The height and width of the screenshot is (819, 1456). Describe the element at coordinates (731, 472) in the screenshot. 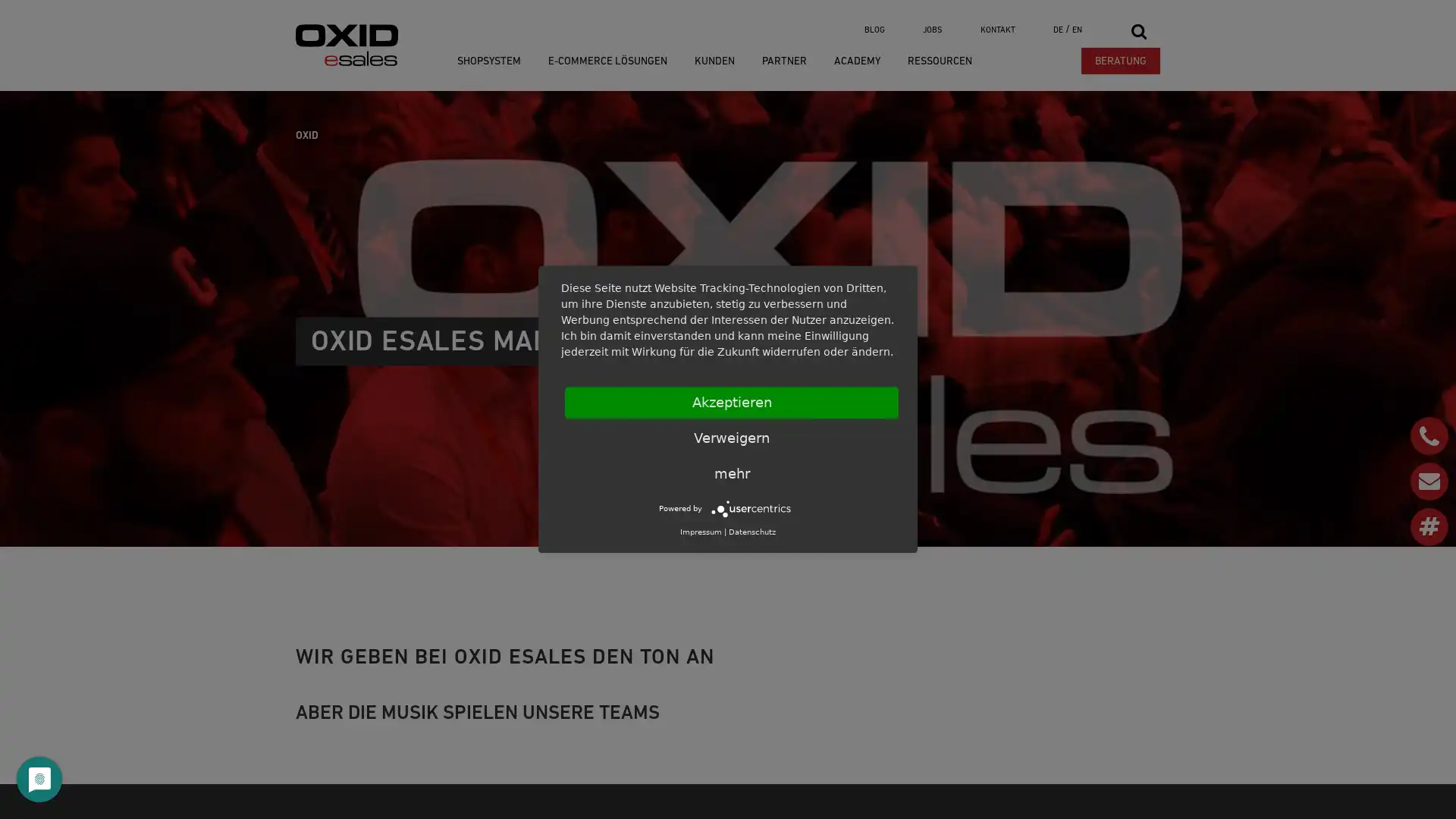

I see `mehr` at that location.